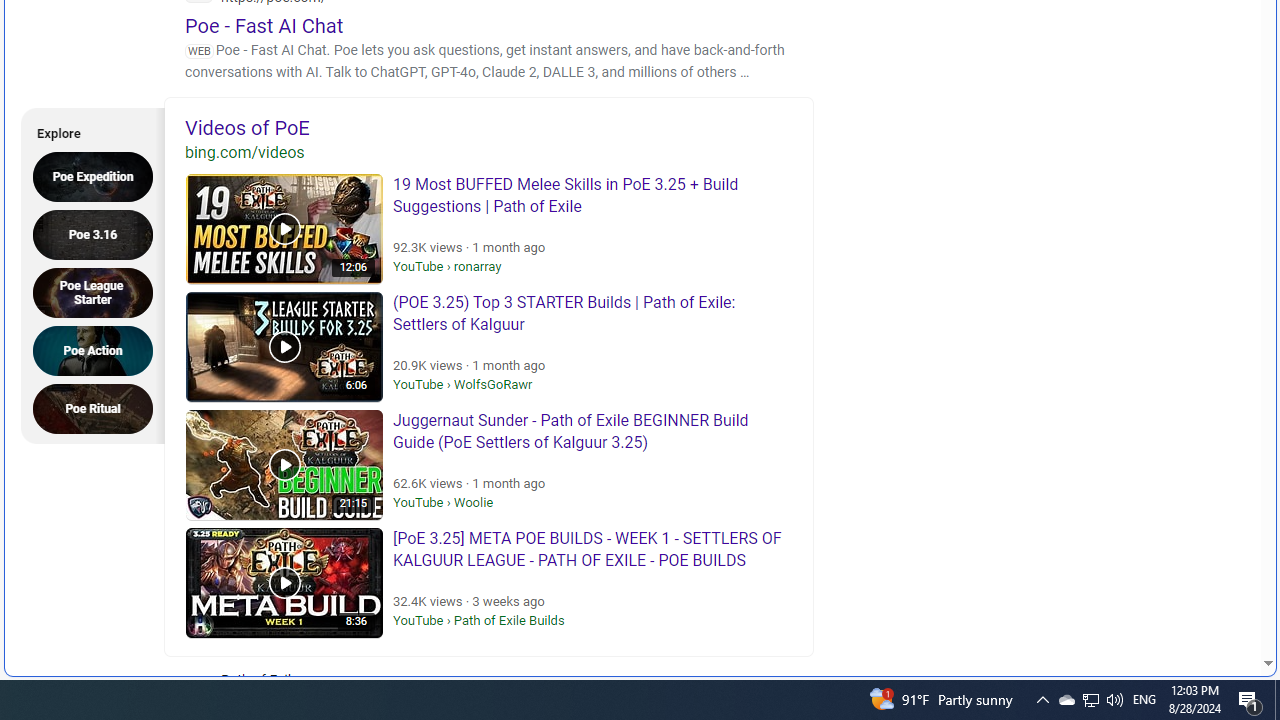  Describe the element at coordinates (263, 25) in the screenshot. I see `'Poe - Fast AI Chat'` at that location.